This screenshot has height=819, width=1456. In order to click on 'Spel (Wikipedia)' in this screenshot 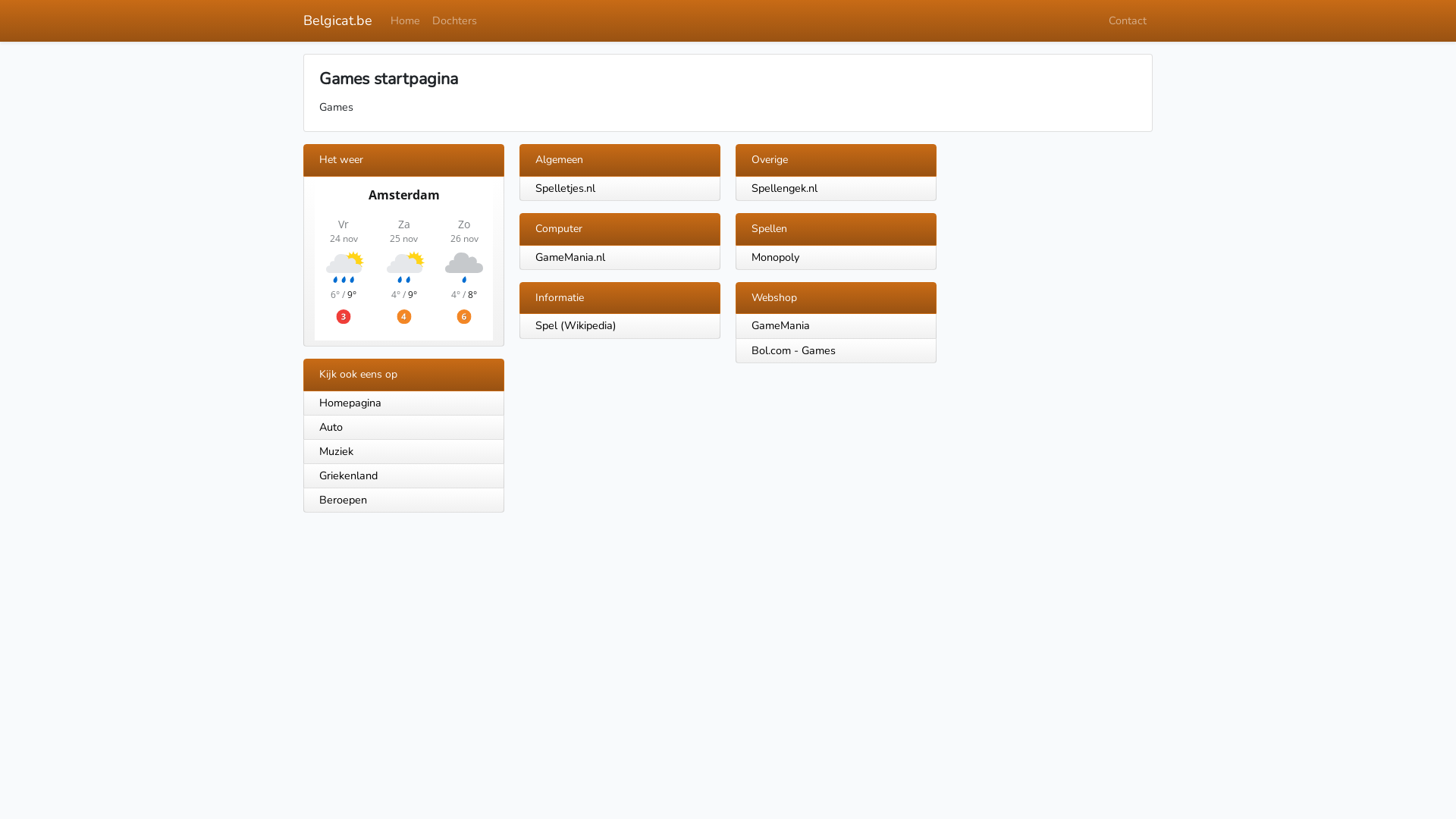, I will do `click(575, 324)`.